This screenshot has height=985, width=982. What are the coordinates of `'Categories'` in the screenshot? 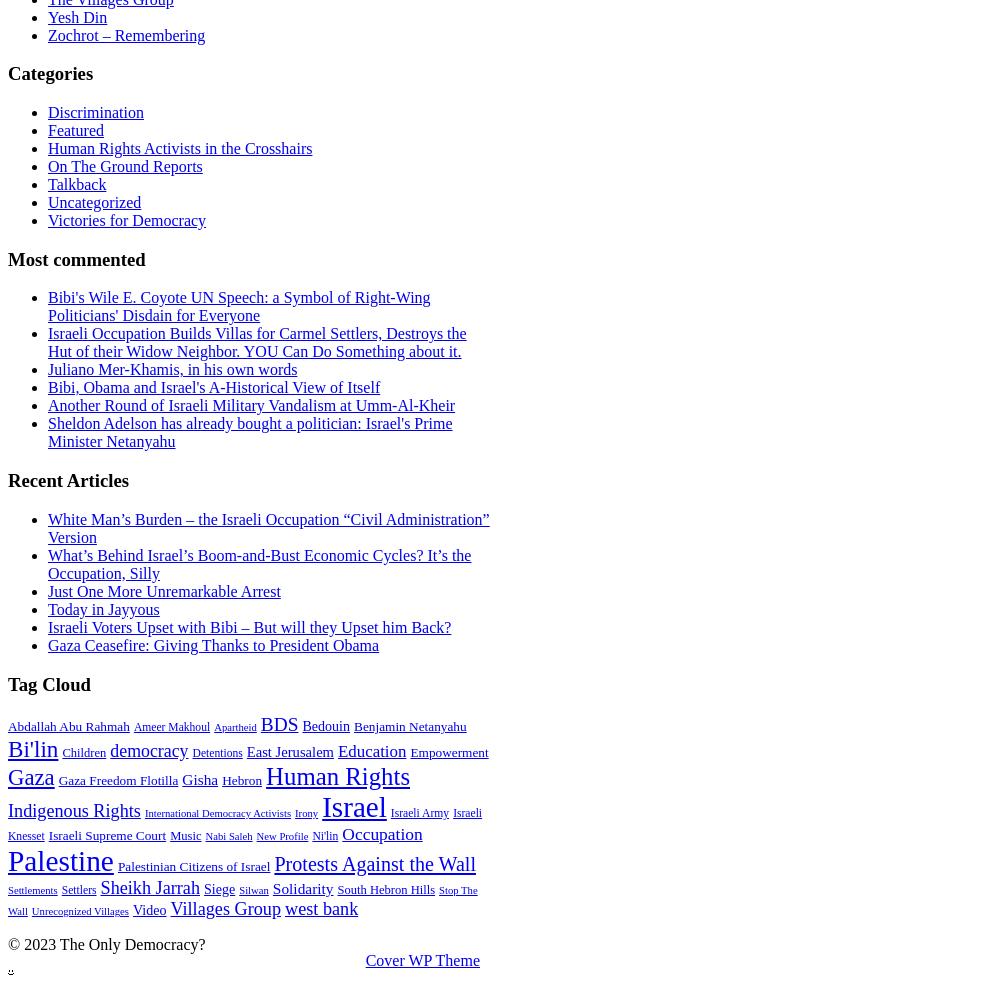 It's located at (6, 72).